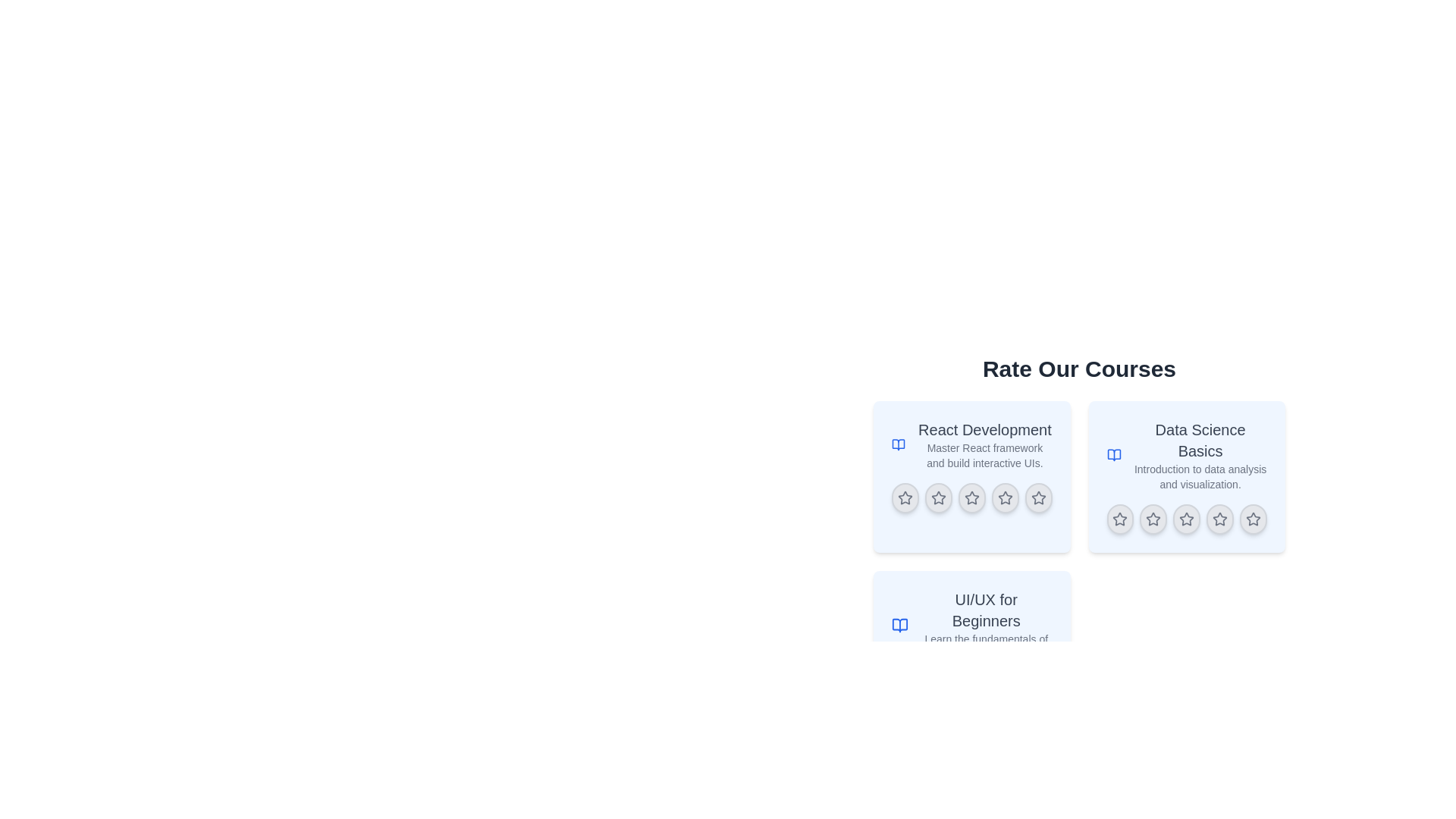 The height and width of the screenshot is (819, 1456). What do you see at coordinates (1220, 518) in the screenshot?
I see `the fourth hollow star icon` at bounding box center [1220, 518].